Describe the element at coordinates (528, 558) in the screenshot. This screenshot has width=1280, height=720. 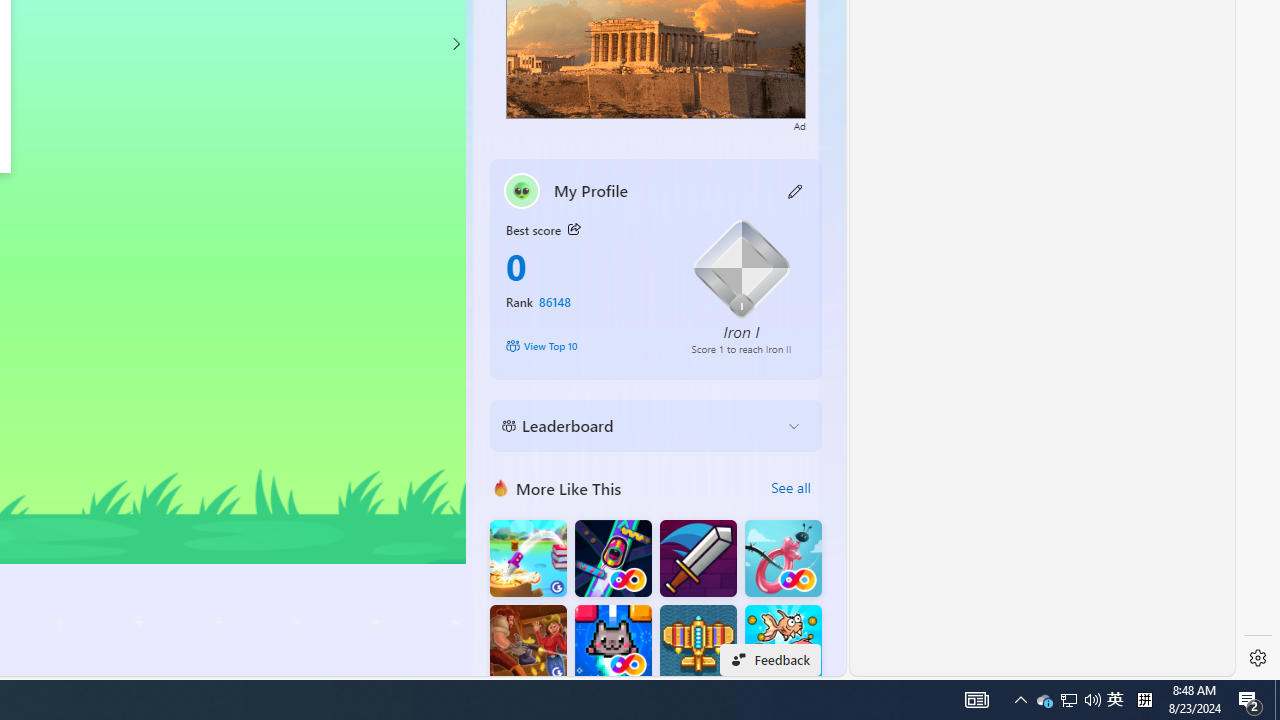
I see `'Knife Flip'` at that location.